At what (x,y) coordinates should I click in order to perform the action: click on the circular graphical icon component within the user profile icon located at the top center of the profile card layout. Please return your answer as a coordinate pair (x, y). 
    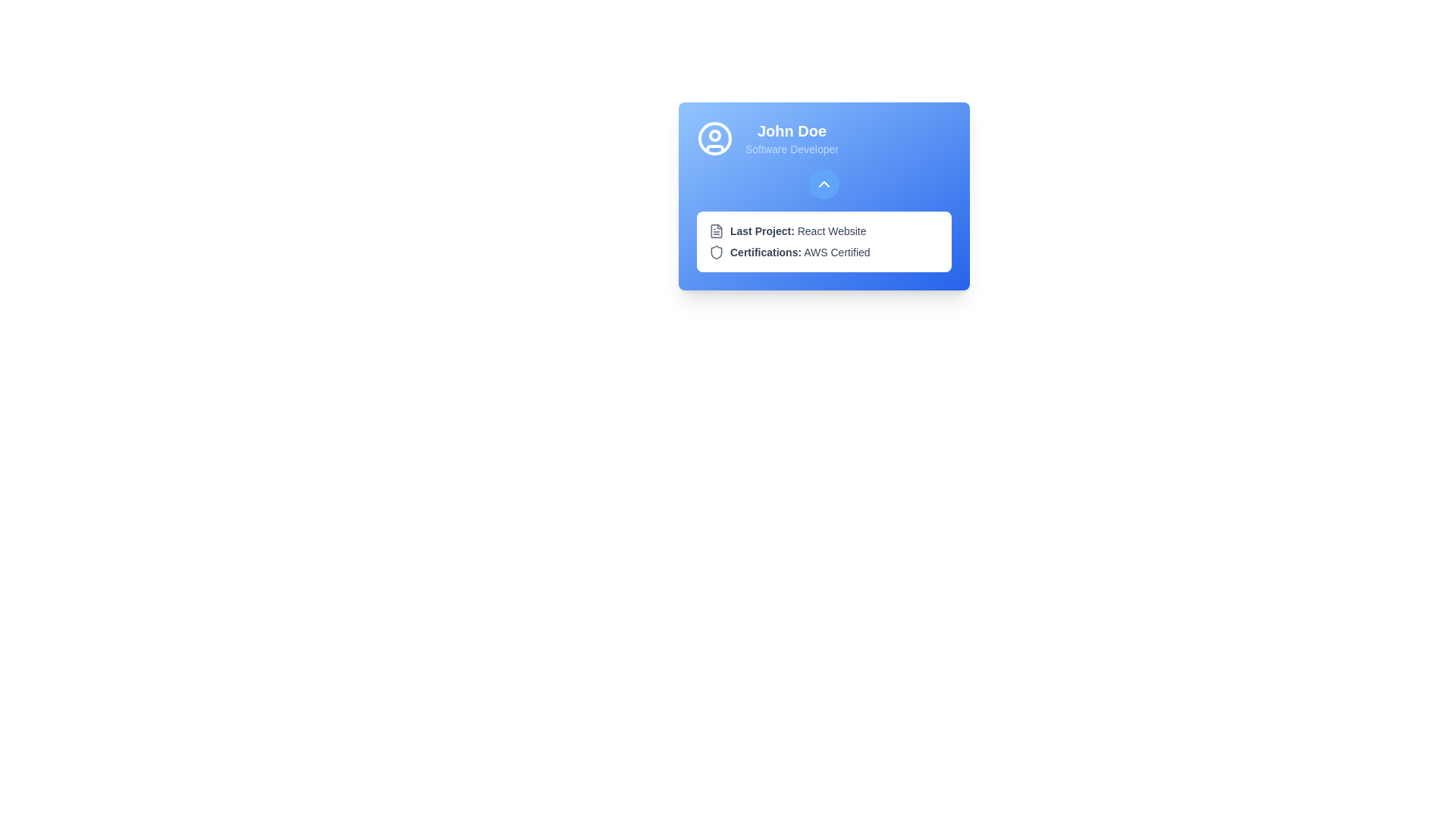
    Looking at the image, I should click on (714, 134).